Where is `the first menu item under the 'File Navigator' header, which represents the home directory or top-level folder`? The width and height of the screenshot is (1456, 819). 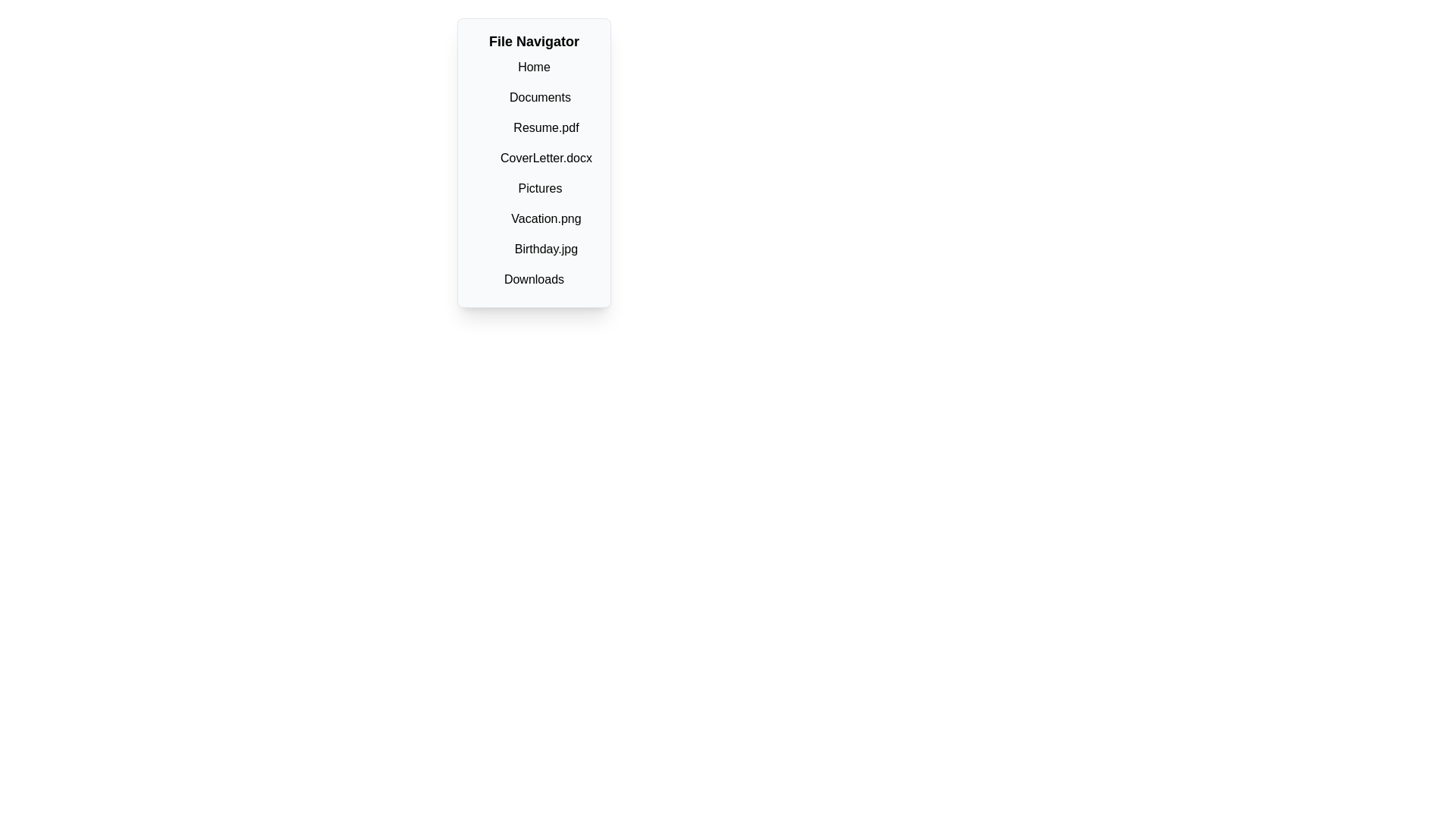
the first menu item under the 'File Navigator' header, which represents the home directory or top-level folder is located at coordinates (534, 66).